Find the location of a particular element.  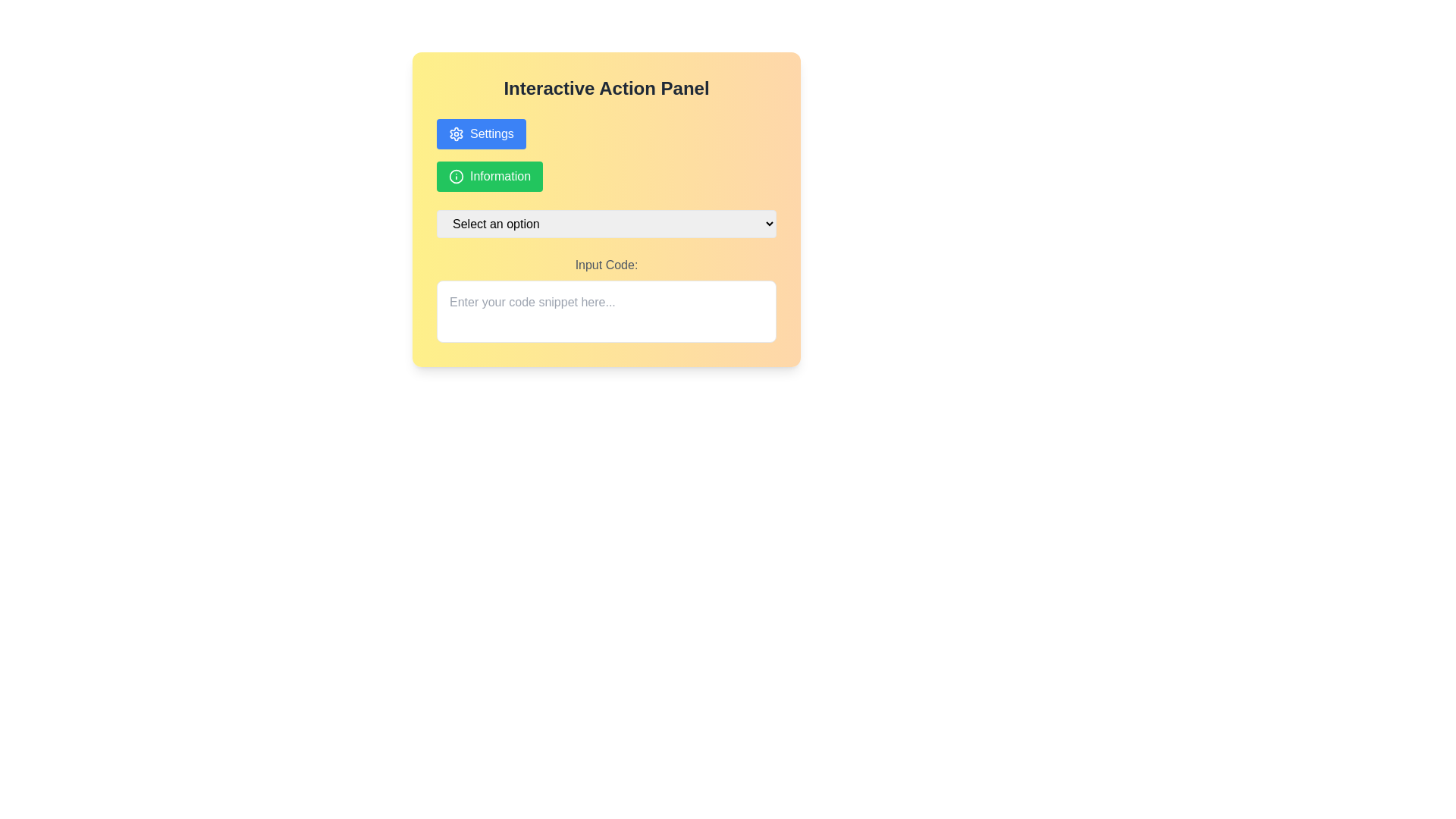

the 'Settings' icon located in the first button of the vertical stack on the left side of the interactive panel is located at coordinates (455, 133).